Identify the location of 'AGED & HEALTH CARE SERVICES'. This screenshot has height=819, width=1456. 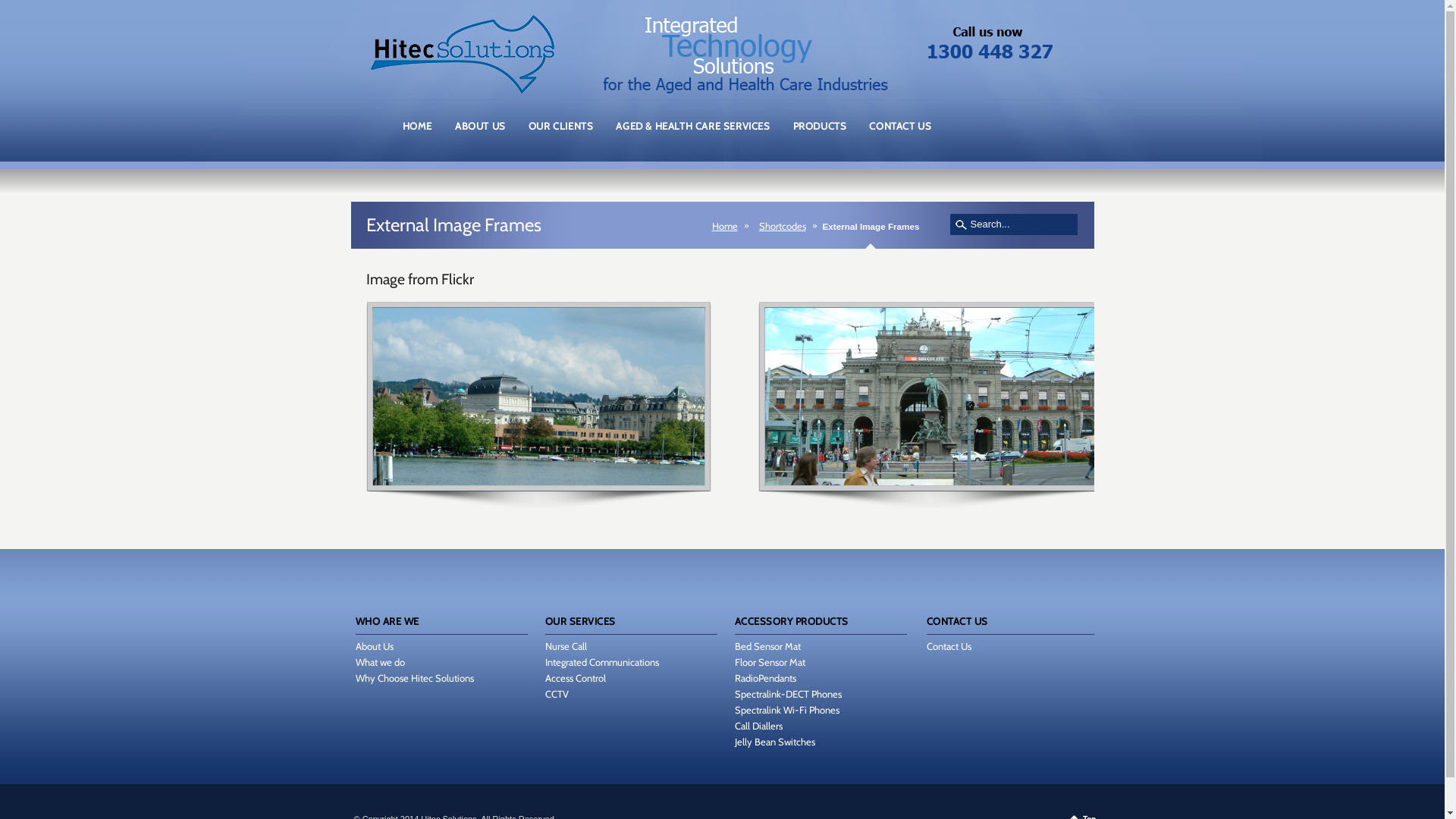
(615, 133).